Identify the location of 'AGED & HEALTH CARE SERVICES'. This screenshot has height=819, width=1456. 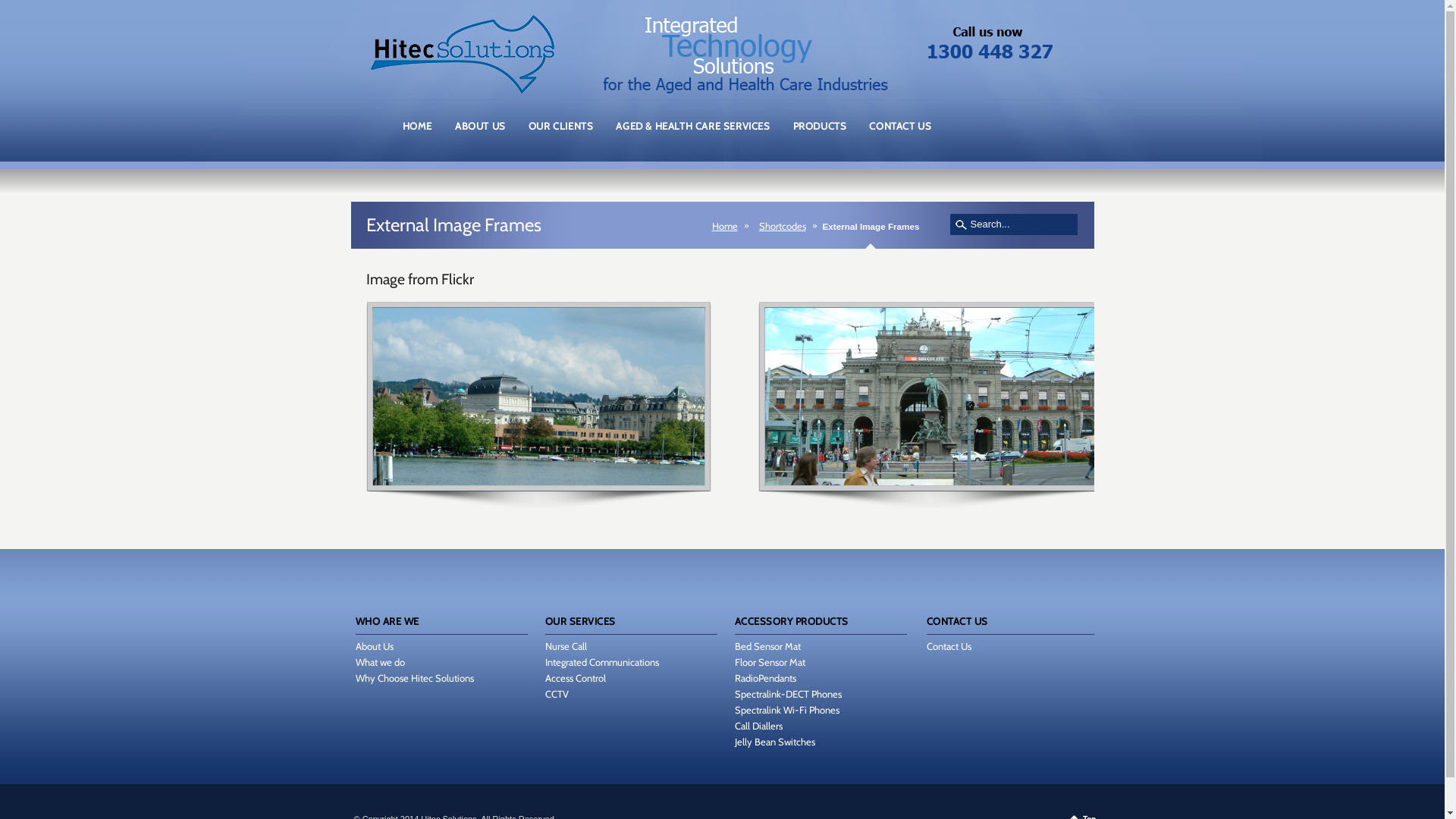
(615, 133).